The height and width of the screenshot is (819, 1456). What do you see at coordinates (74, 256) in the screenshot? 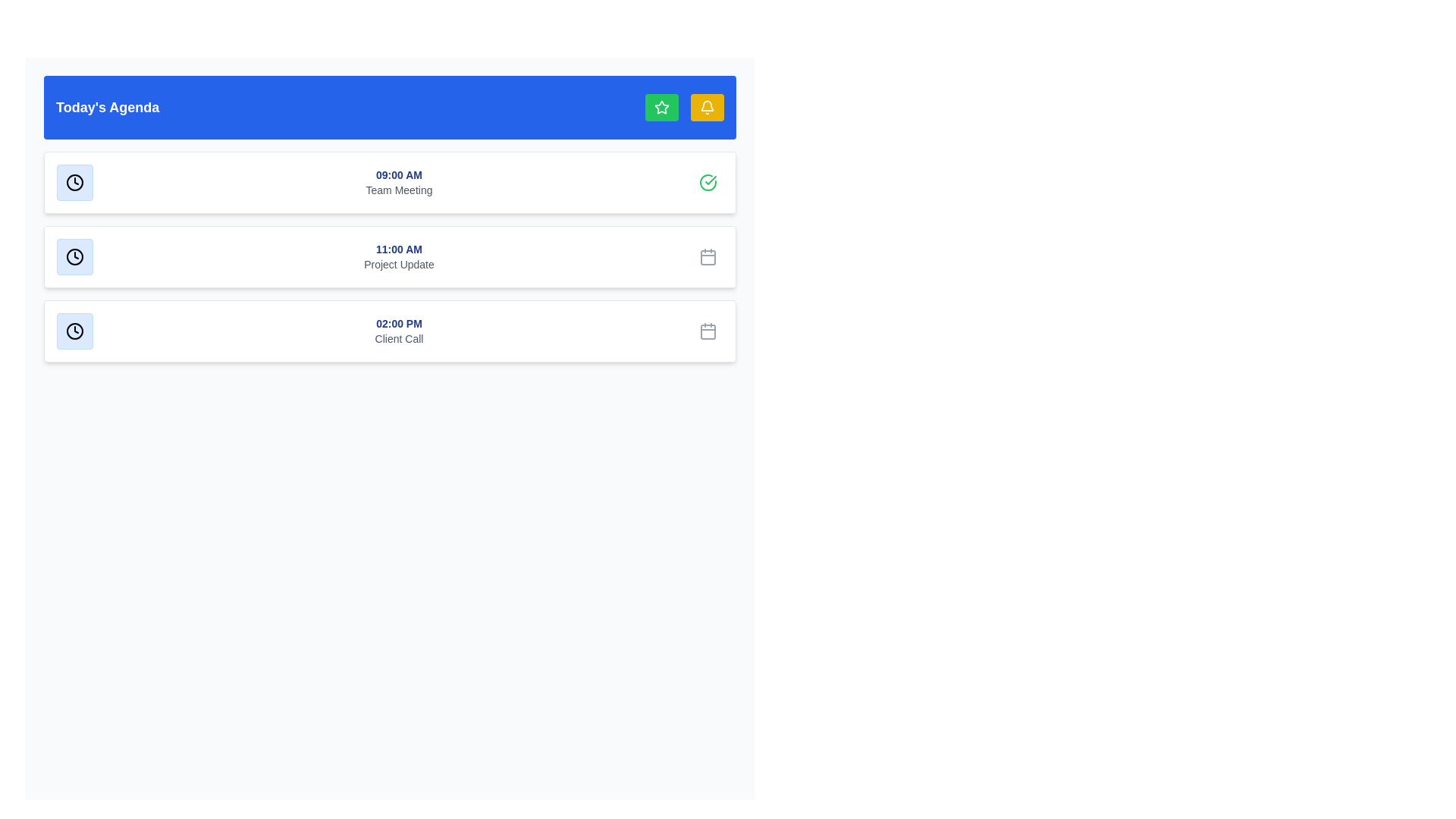
I see `the clock icon represented by a circle, located at the center of the clock SVG element, to the left of the '11:00 AM Project Update' label` at bounding box center [74, 256].